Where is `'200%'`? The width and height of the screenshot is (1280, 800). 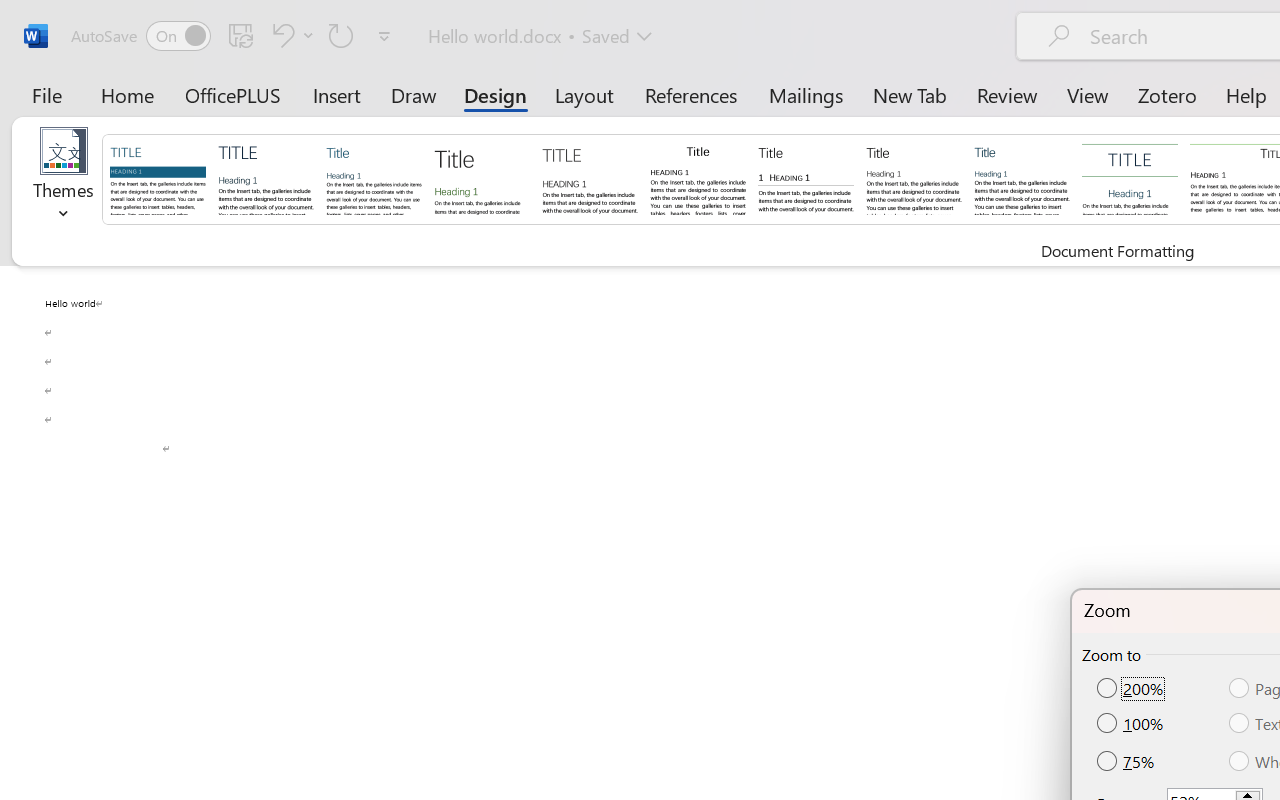 '200%' is located at coordinates (1132, 689).